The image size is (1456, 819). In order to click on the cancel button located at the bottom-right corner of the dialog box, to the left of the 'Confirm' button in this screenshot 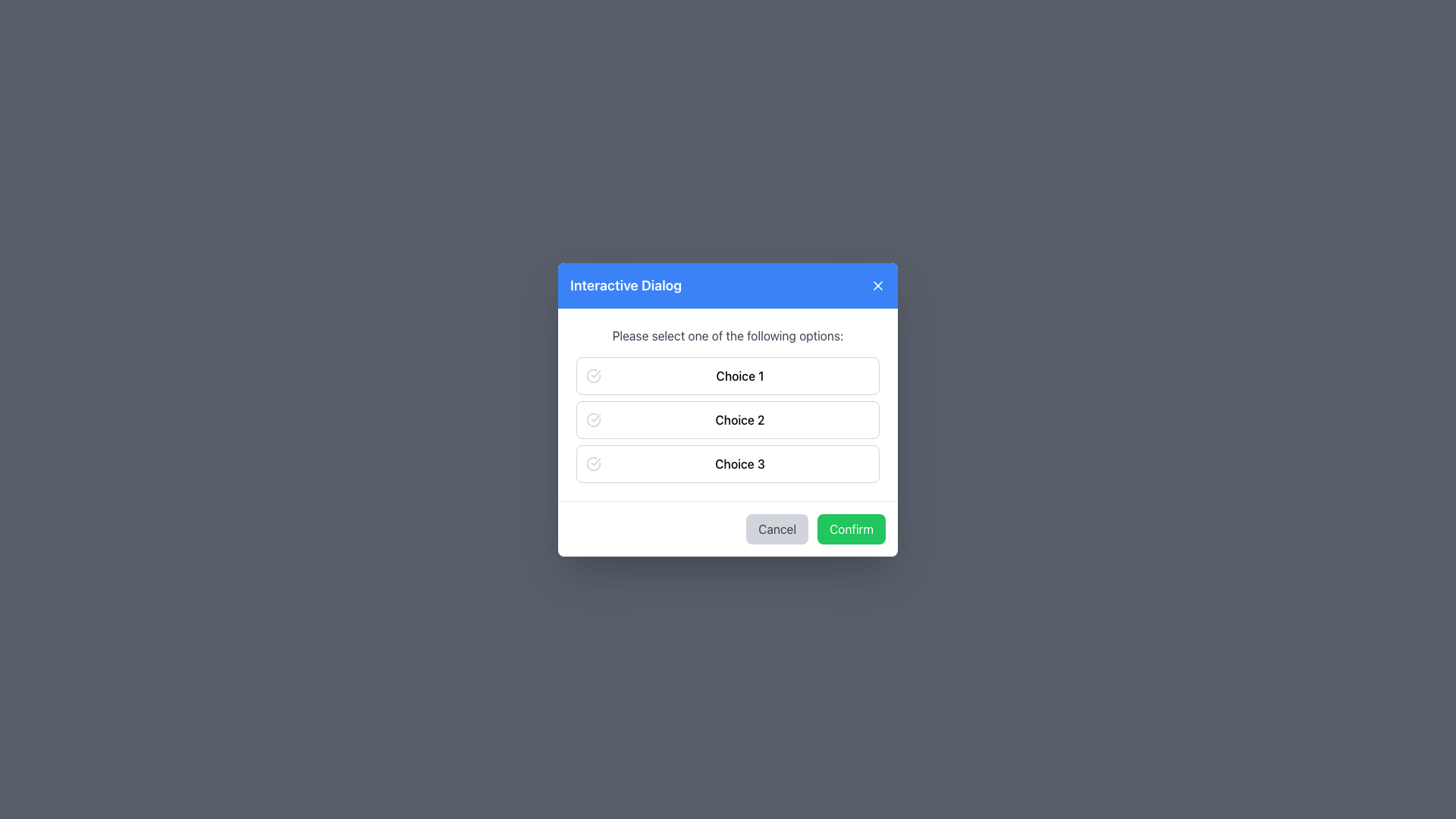, I will do `click(777, 528)`.